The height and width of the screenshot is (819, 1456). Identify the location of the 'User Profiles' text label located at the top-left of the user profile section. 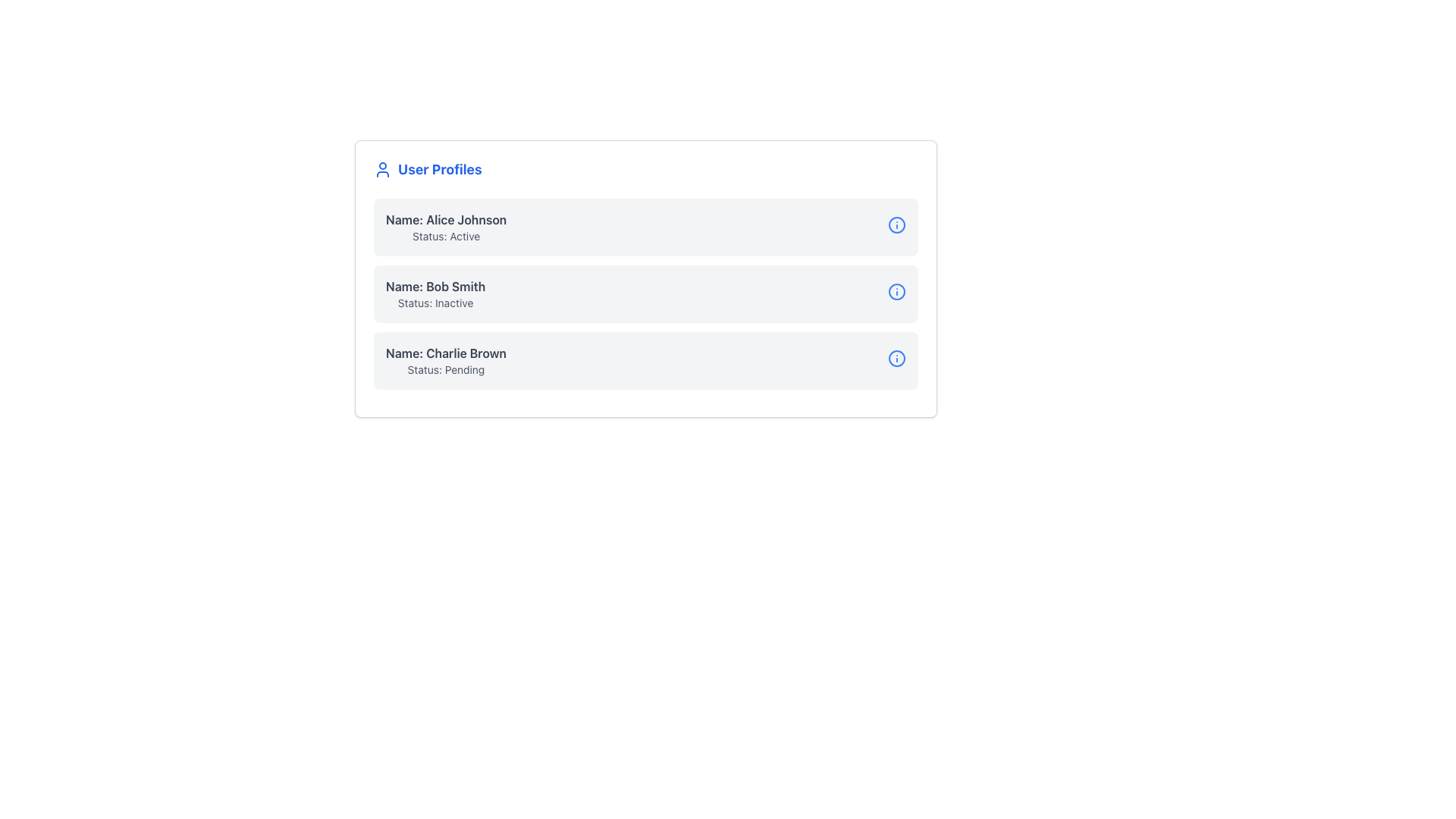
(439, 169).